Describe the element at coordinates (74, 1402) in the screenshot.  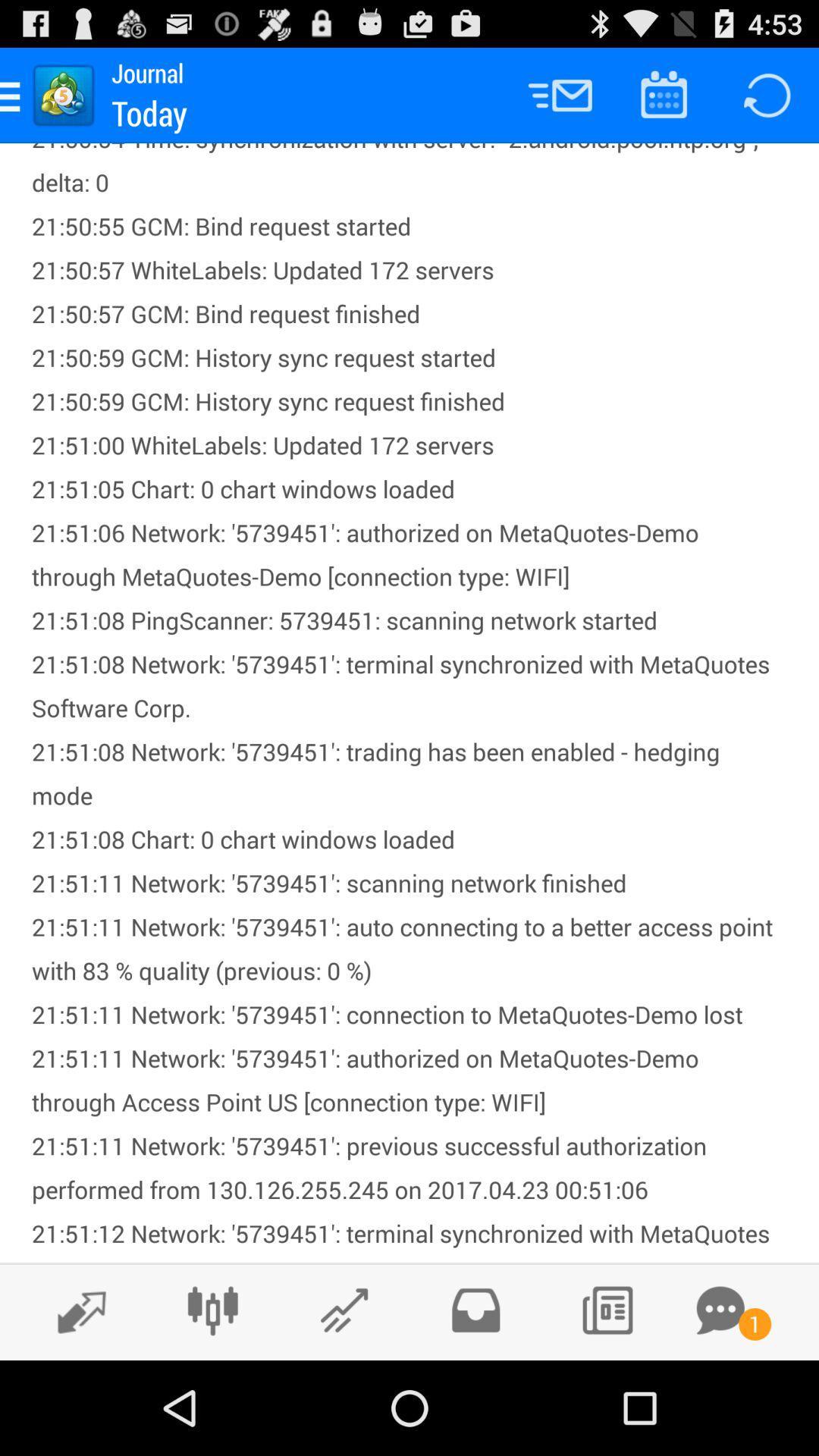
I see `the edit icon` at that location.